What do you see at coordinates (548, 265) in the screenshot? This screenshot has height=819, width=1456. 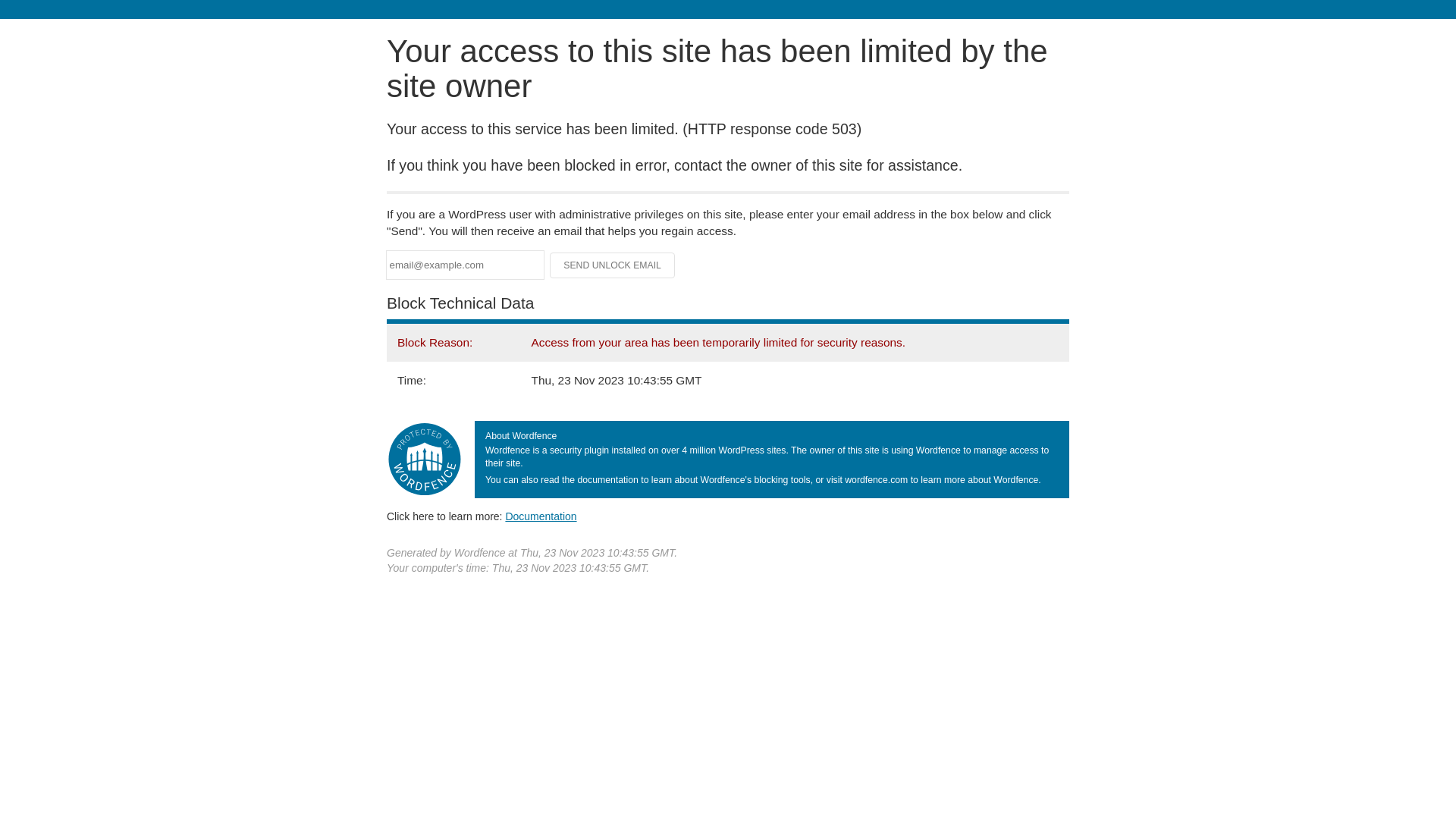 I see `'Send Unlock Email'` at bounding box center [548, 265].